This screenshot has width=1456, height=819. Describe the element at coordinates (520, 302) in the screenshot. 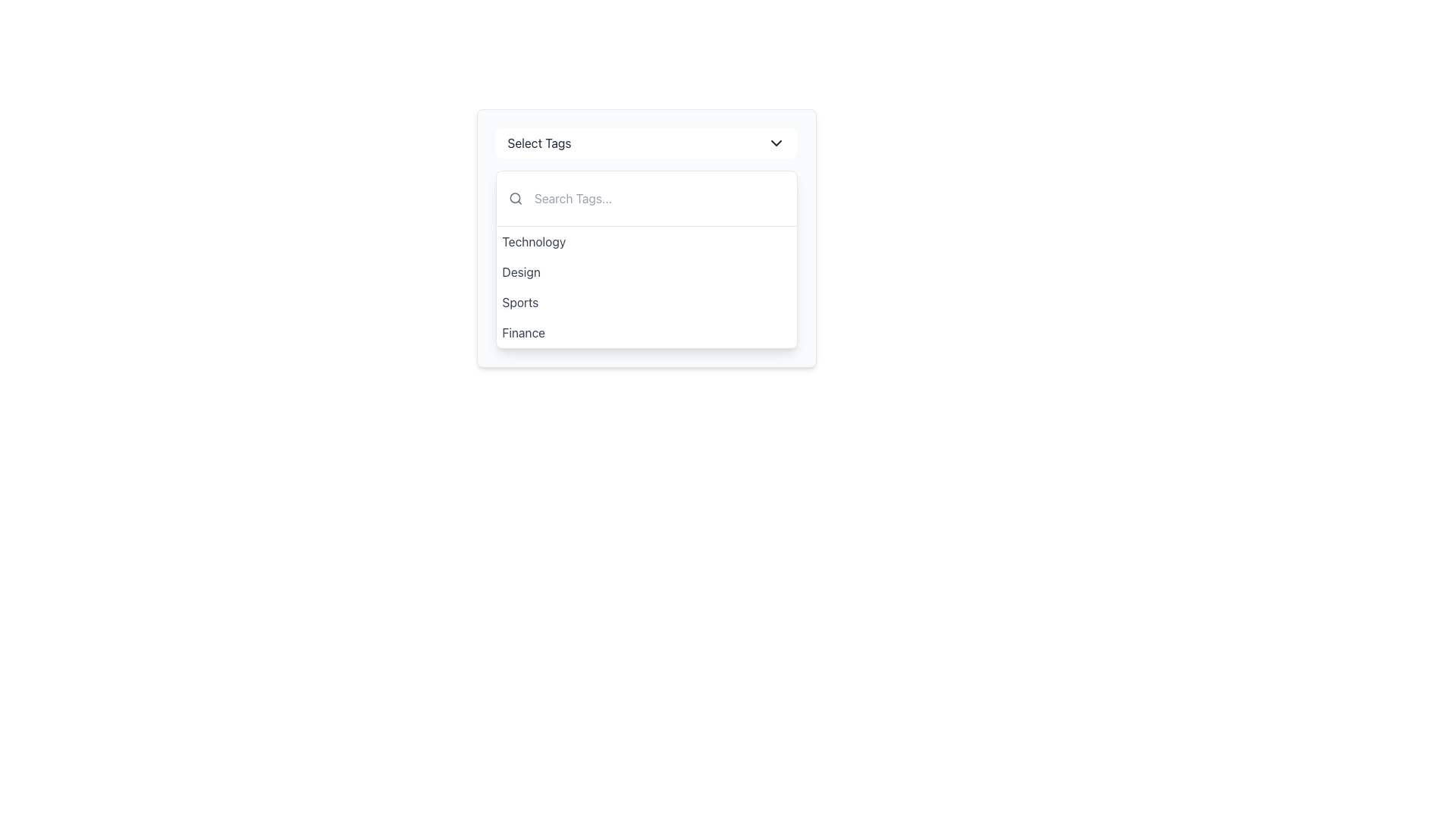

I see `the 'Sports' category in the dropdown menu` at that location.